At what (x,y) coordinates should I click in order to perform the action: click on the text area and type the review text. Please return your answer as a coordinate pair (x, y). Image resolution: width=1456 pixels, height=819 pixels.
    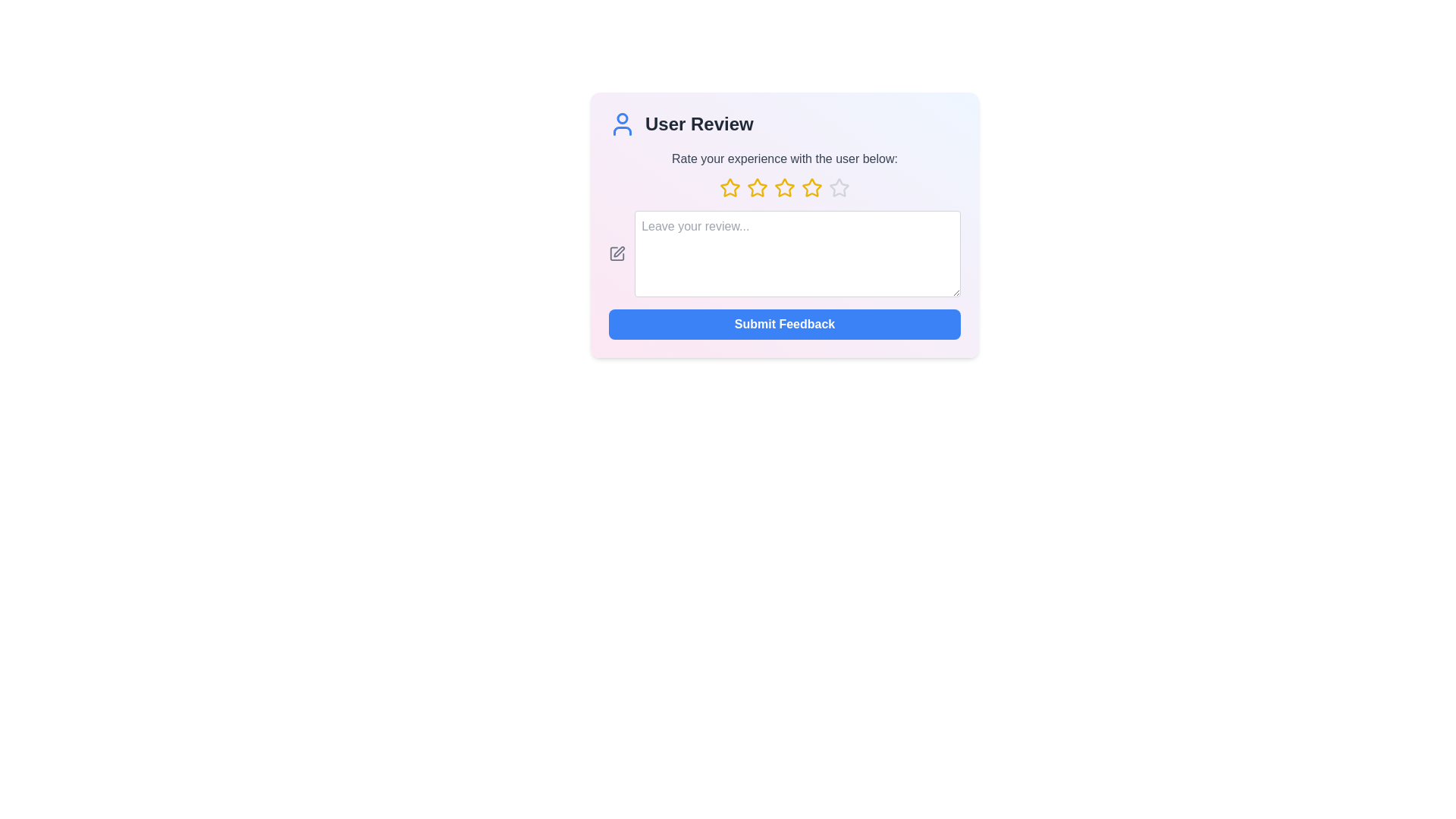
    Looking at the image, I should click on (796, 253).